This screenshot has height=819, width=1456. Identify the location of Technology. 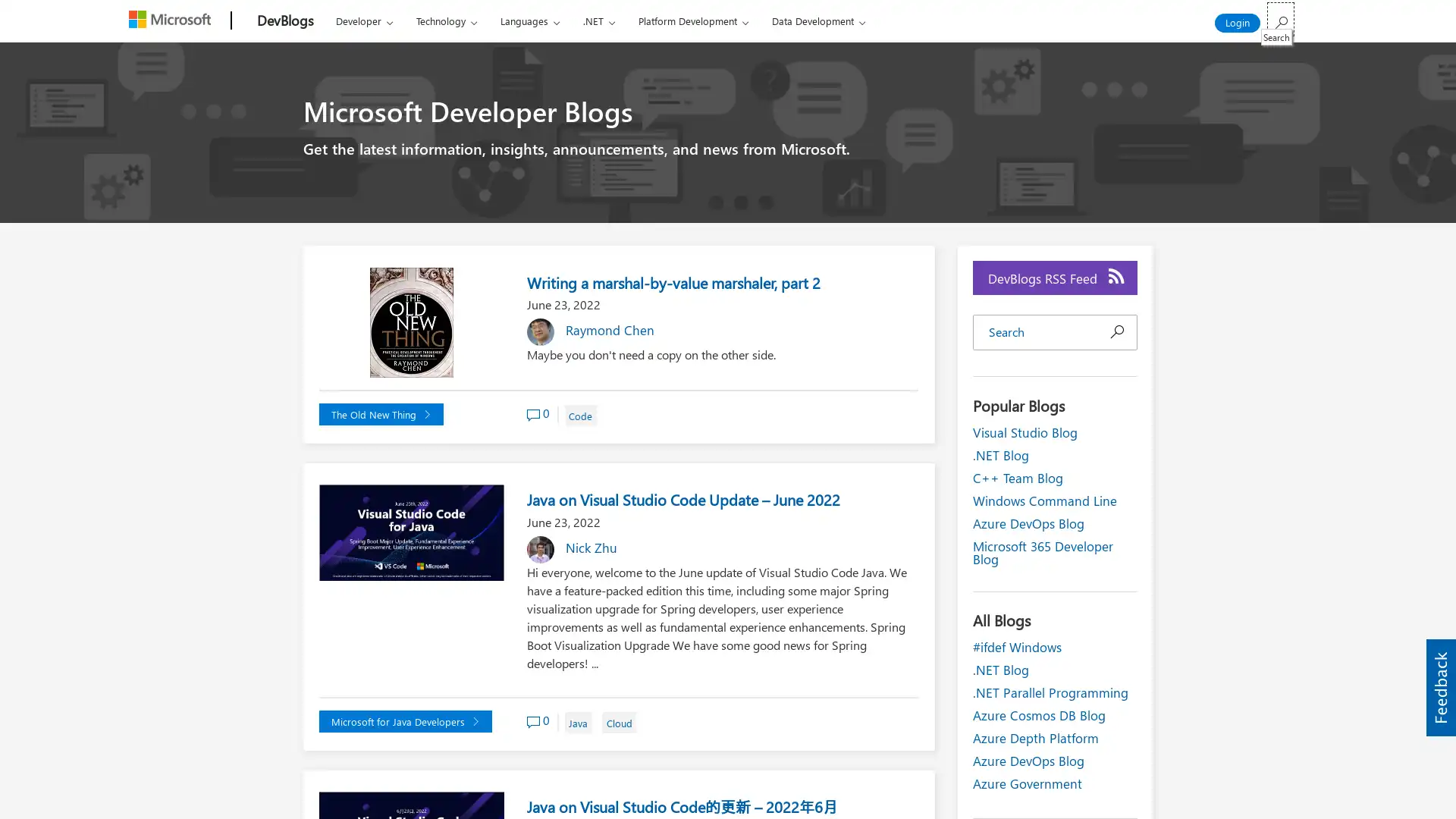
(445, 20).